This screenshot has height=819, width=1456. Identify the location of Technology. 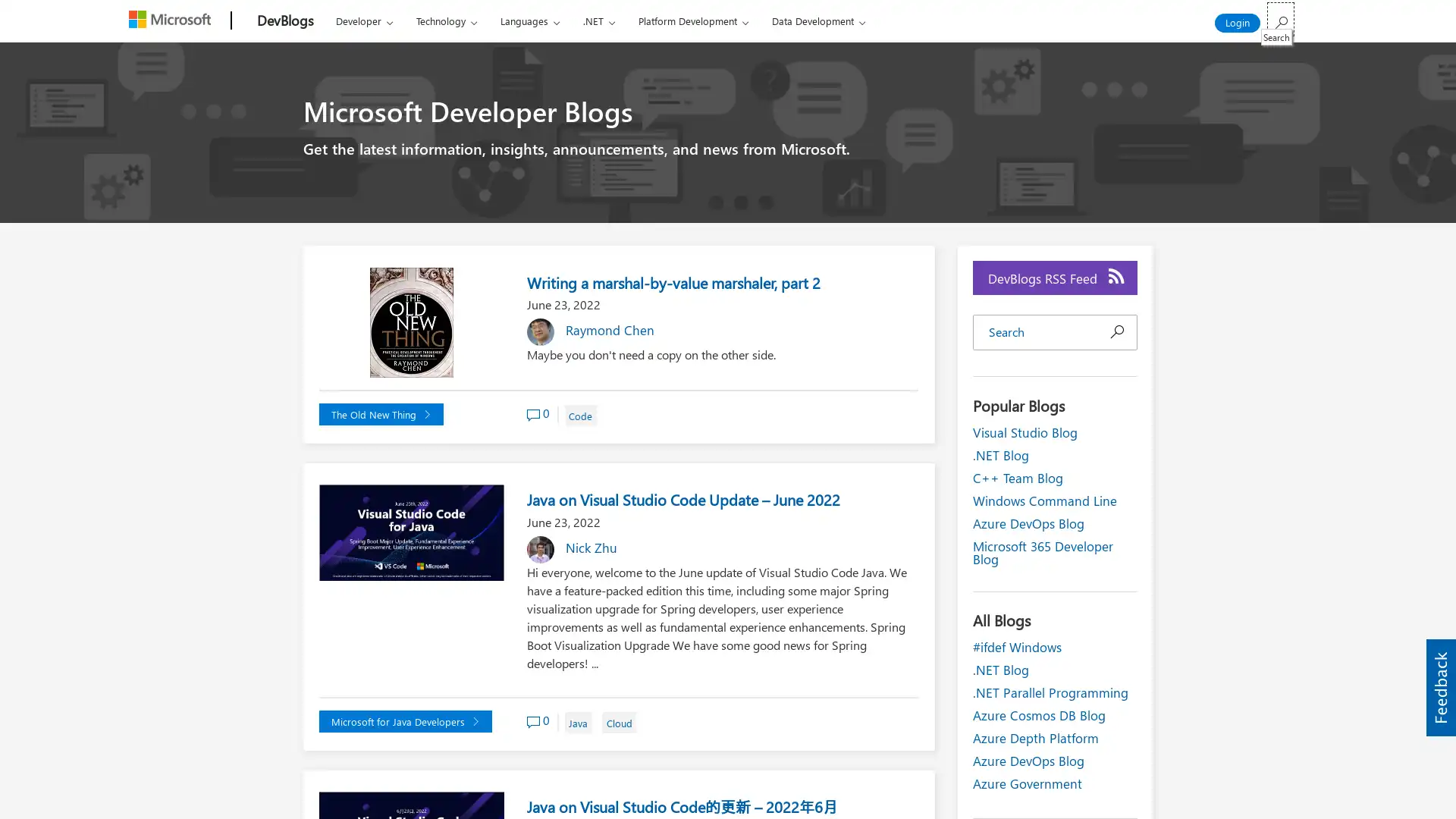
(445, 20).